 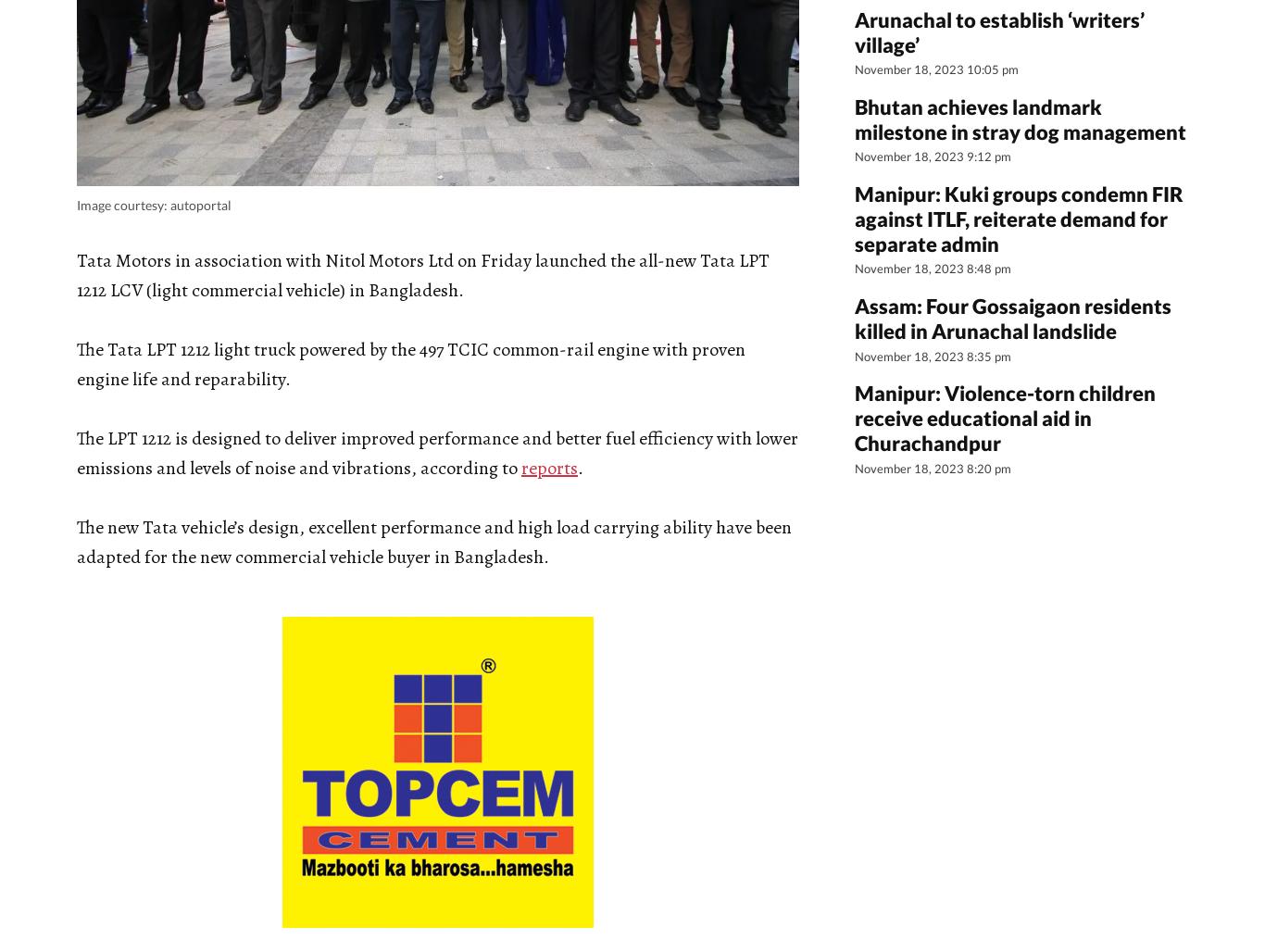 What do you see at coordinates (933, 157) in the screenshot?
I see `'November 18, 2023 9:12 pm'` at bounding box center [933, 157].